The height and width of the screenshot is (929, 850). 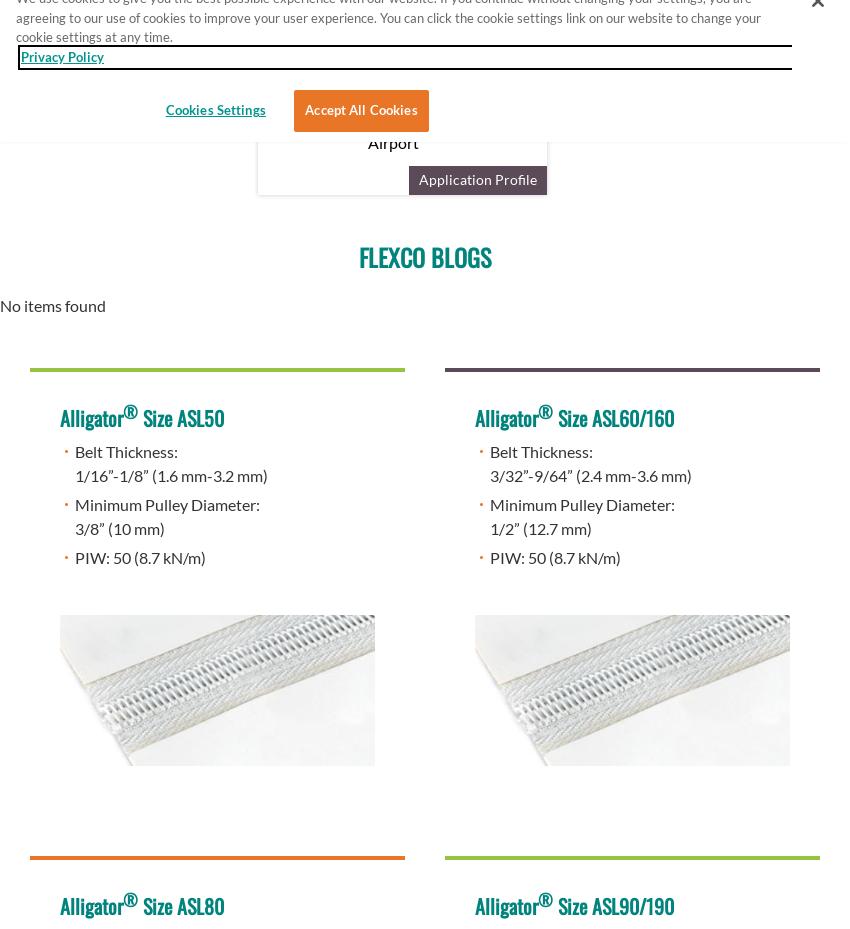 What do you see at coordinates (612, 905) in the screenshot?
I see `'Size ASL90/190'` at bounding box center [612, 905].